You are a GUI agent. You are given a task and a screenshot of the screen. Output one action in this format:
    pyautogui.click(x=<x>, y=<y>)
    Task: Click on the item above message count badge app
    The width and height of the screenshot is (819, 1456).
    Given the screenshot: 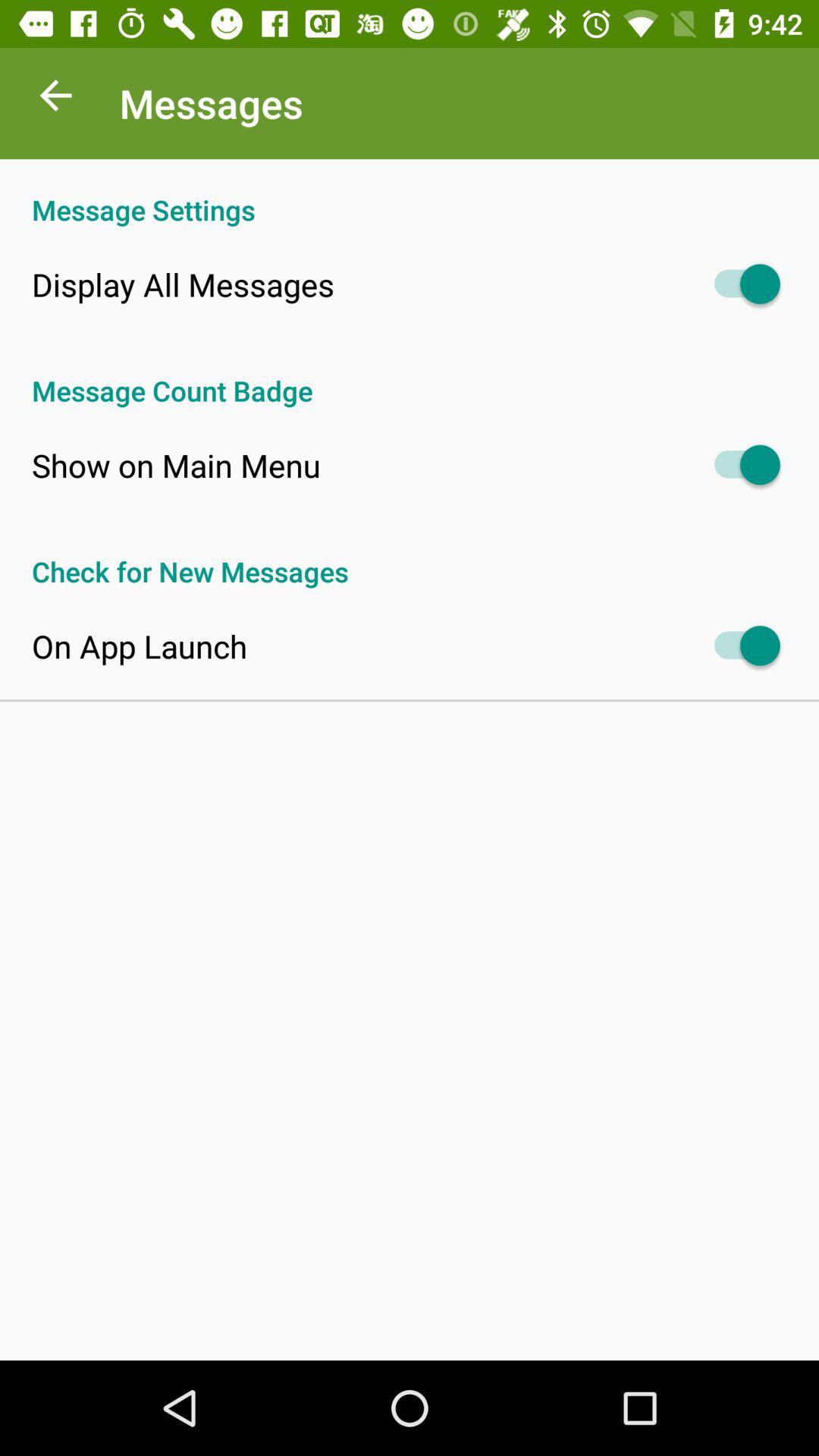 What is the action you would take?
    pyautogui.click(x=182, y=284)
    